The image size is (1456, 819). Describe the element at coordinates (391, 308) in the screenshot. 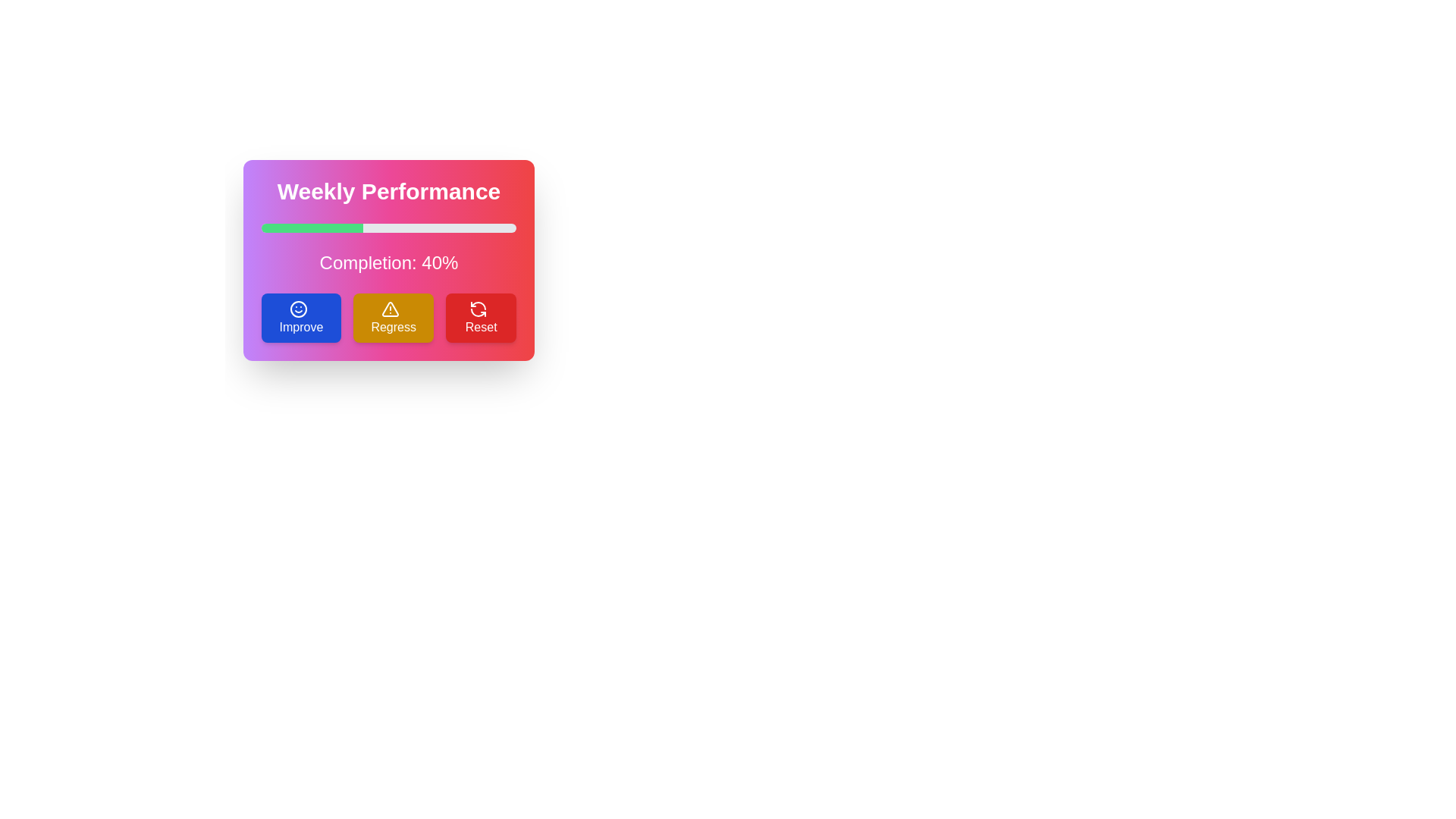

I see `the warning symbol icon, which is a yellow triangle outline with an exclamation mark, located on the 'Regress' button to the left of the text 'Regress'` at that location.